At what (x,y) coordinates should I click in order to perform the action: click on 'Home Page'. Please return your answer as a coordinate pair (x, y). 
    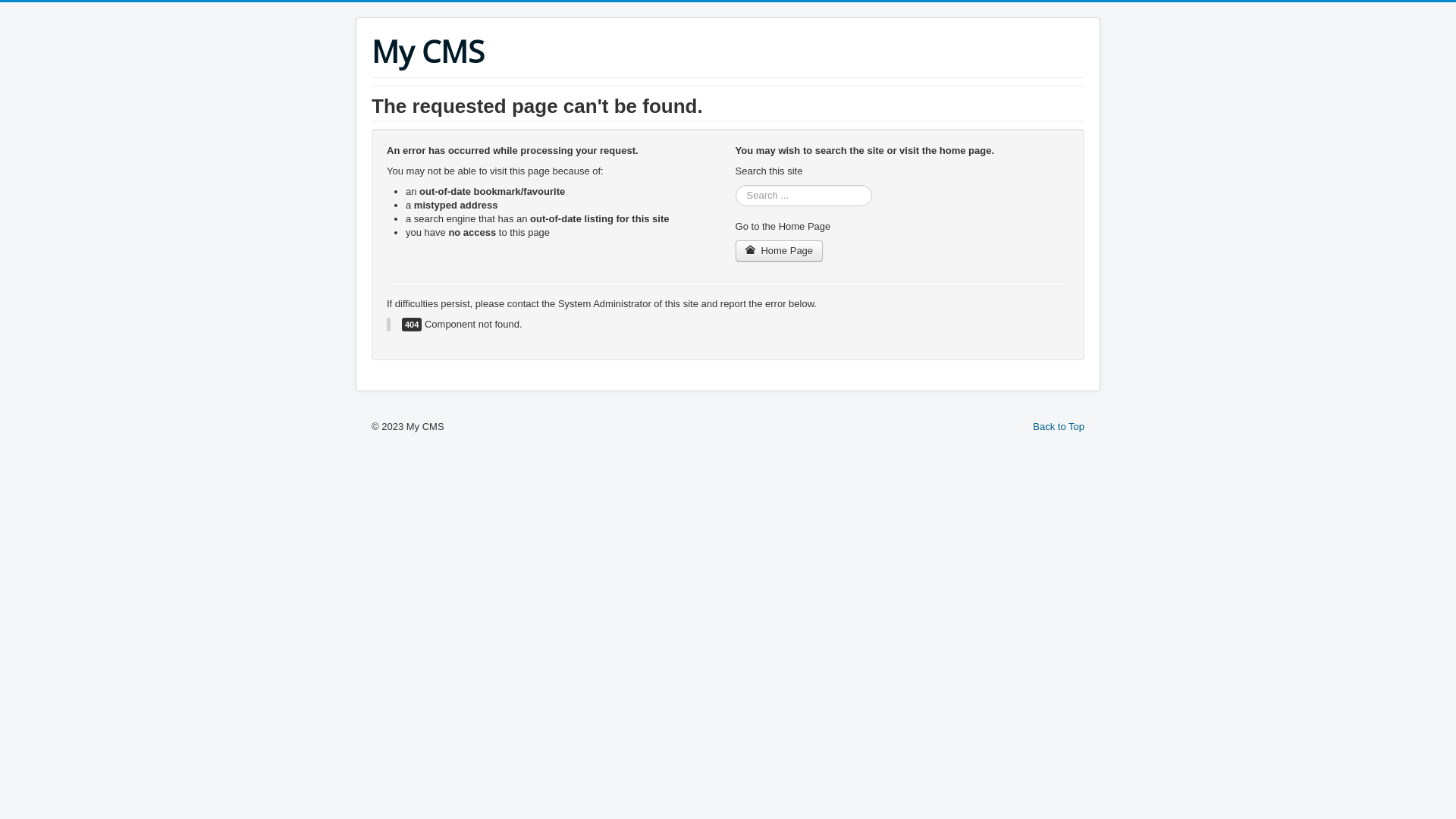
    Looking at the image, I should click on (779, 250).